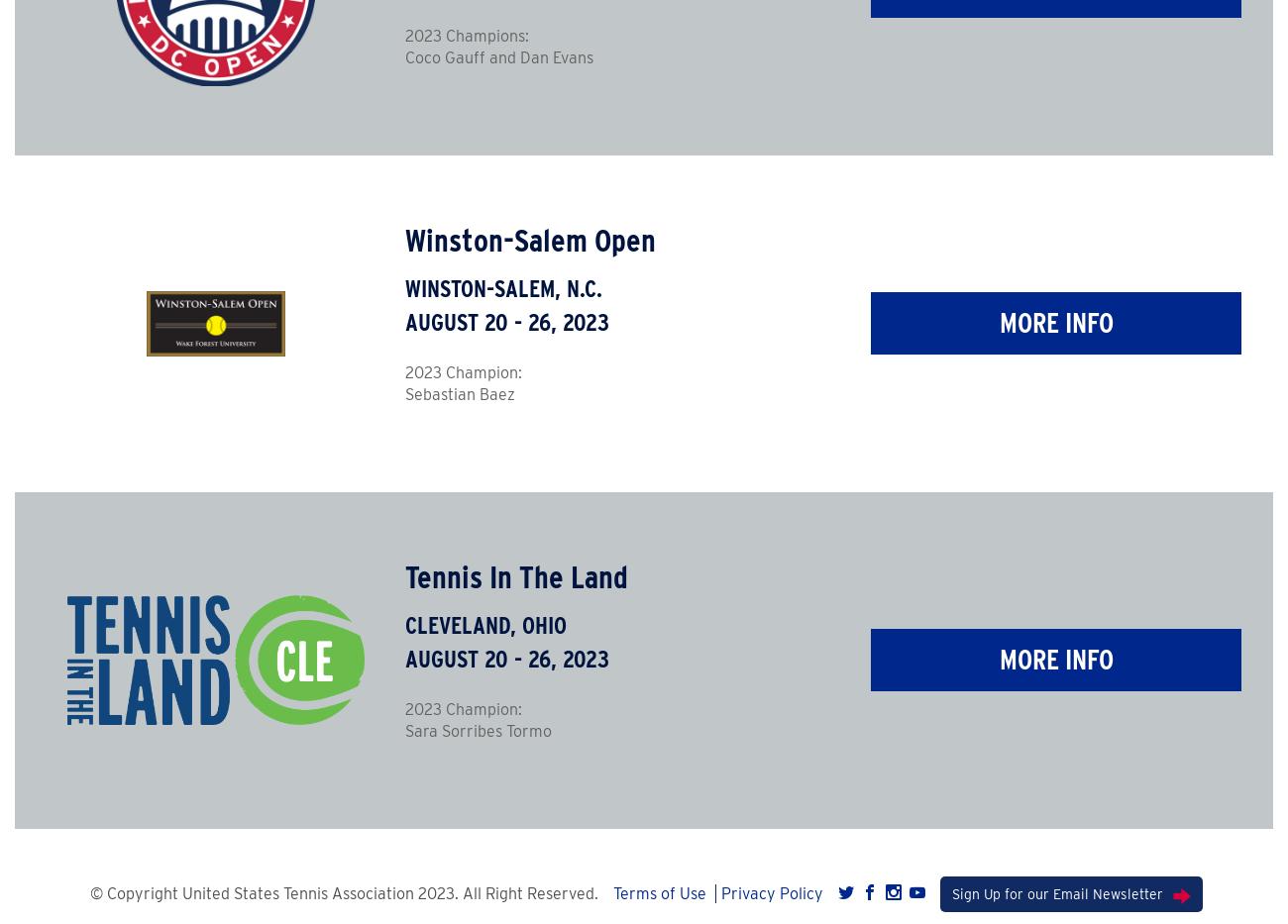 This screenshot has height=924, width=1288. I want to click on 'Terms of Use', so click(613, 892).